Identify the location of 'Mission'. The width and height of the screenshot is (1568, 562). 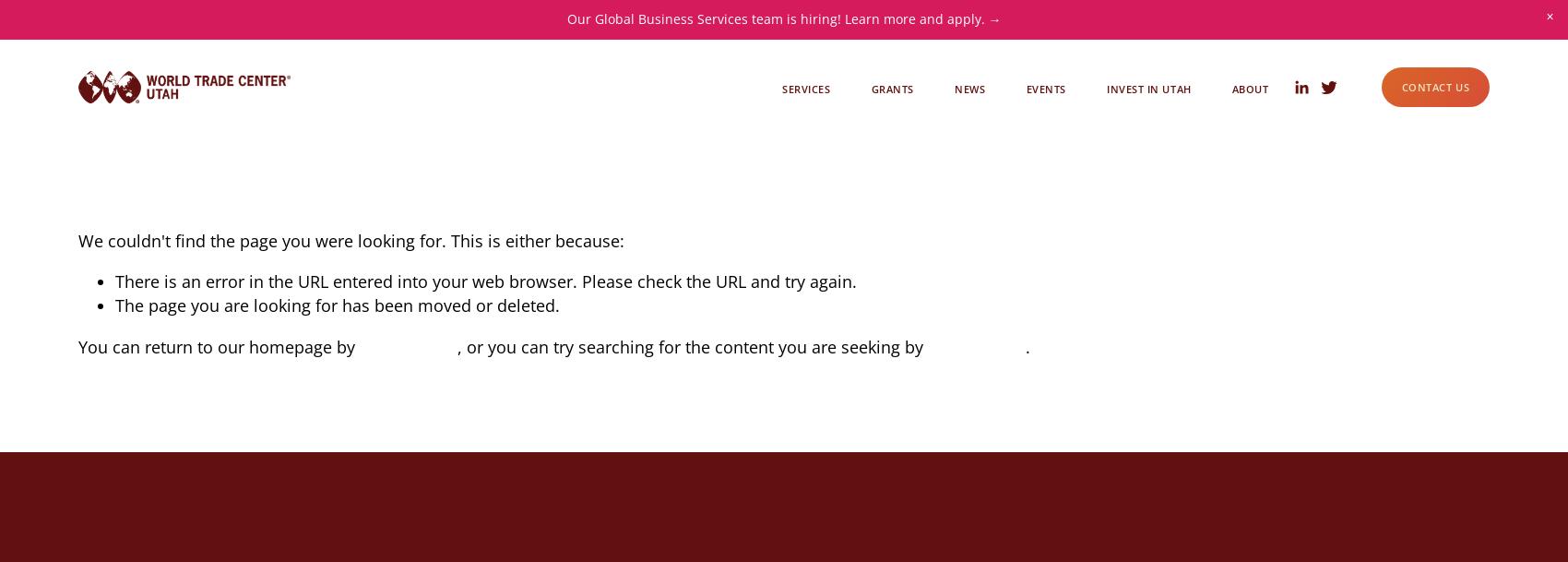
(1244, 111).